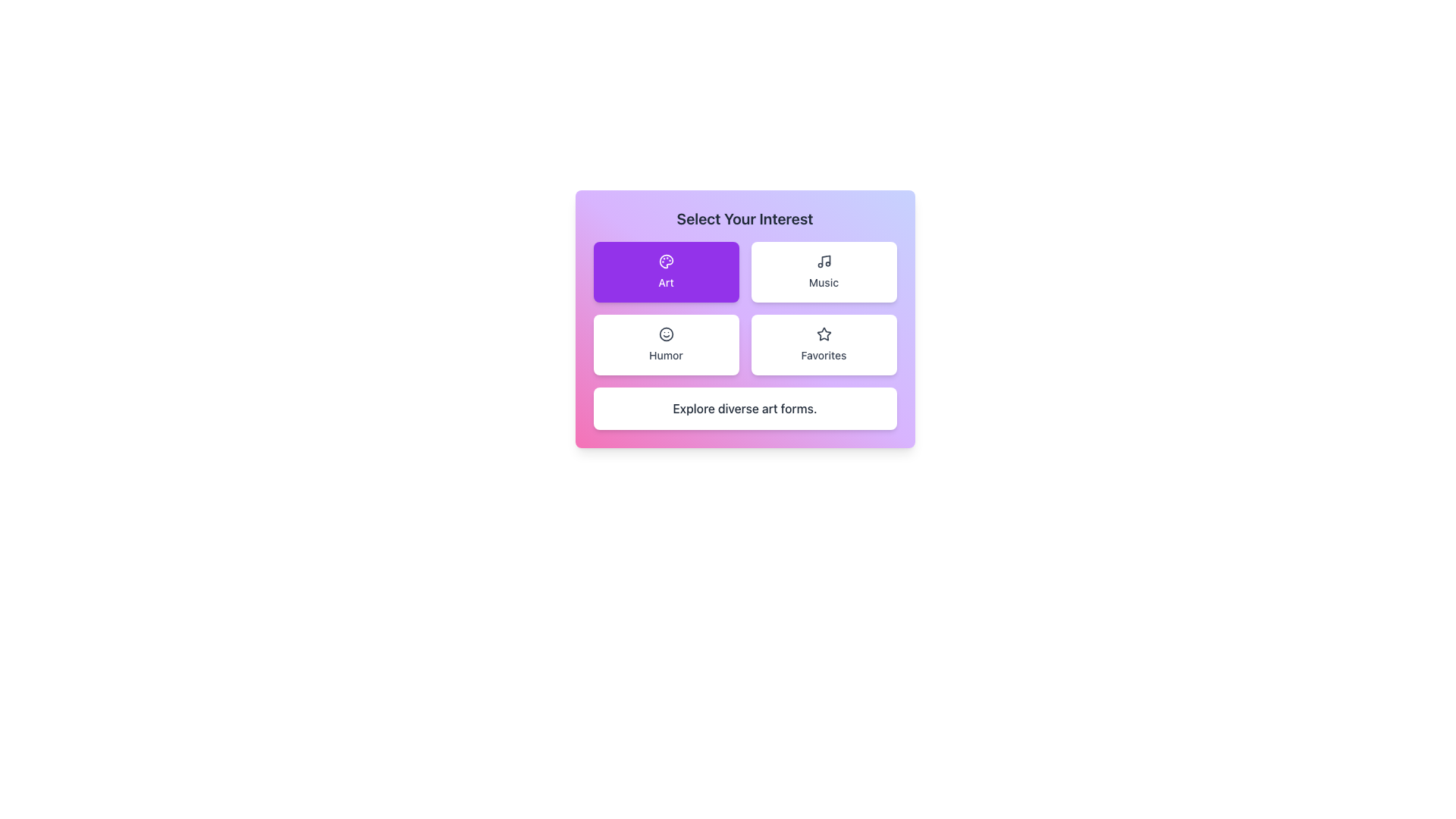 The image size is (1456, 819). Describe the element at coordinates (745, 408) in the screenshot. I see `the text element displaying 'Explore diverse art forms.' which is styled in gray color and located below the interest buttons 'Art' and 'Music'` at that location.